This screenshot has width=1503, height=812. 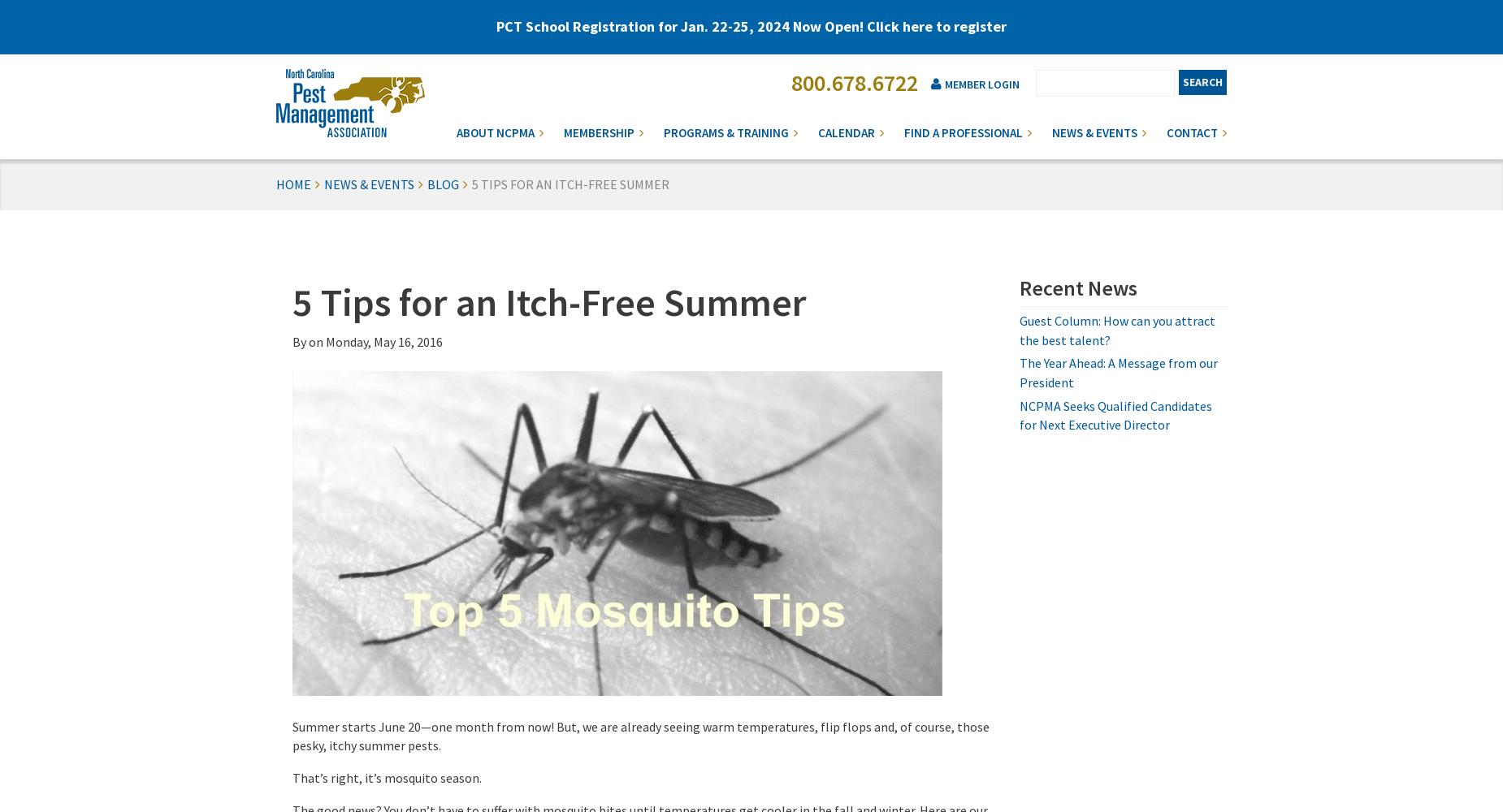 I want to click on 'Summer starts June 20—one month from now! But, we are already seeing warm temperatures, flip flops and, of course, those pesky, itchy summer pests.', so click(x=641, y=736).